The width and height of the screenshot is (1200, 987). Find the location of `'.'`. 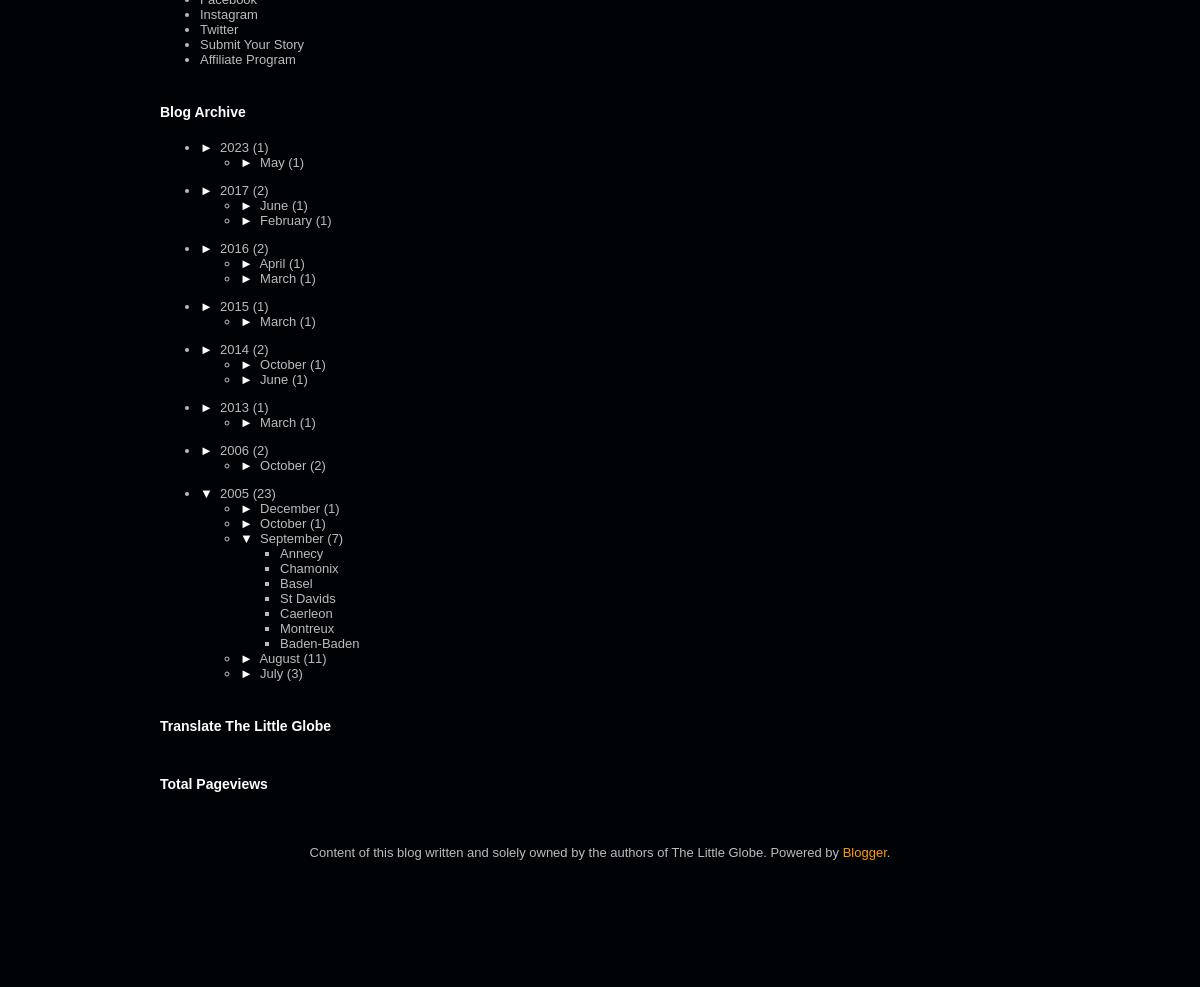

'.' is located at coordinates (887, 851).